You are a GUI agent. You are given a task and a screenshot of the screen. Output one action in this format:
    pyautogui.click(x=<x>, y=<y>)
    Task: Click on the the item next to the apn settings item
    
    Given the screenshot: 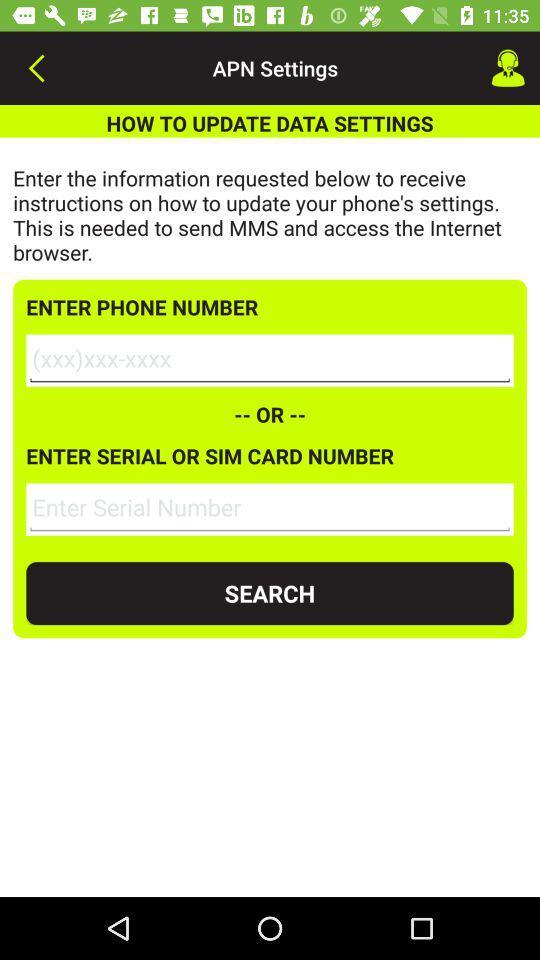 What is the action you would take?
    pyautogui.click(x=36, y=68)
    